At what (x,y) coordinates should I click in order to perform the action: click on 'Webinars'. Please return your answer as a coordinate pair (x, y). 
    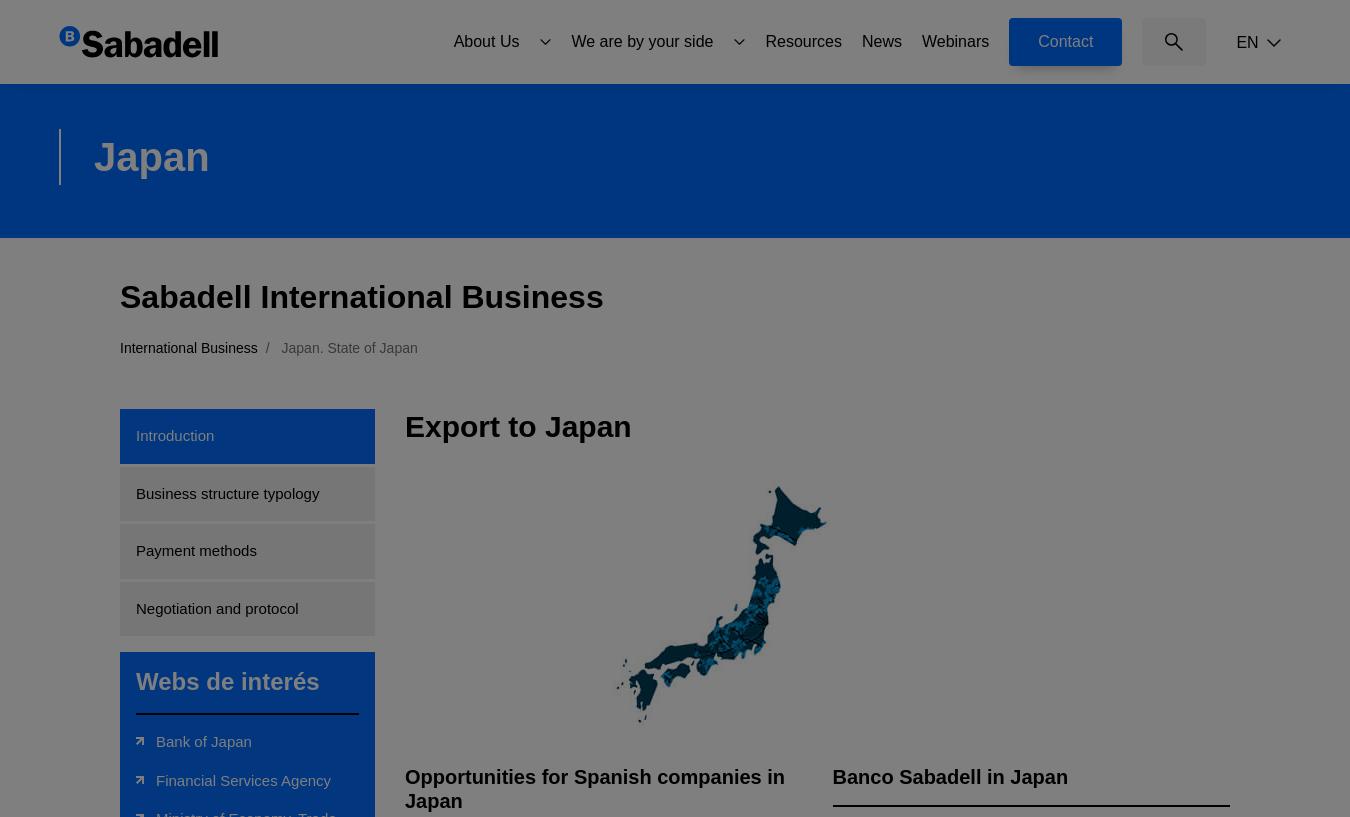
    Looking at the image, I should click on (953, 39).